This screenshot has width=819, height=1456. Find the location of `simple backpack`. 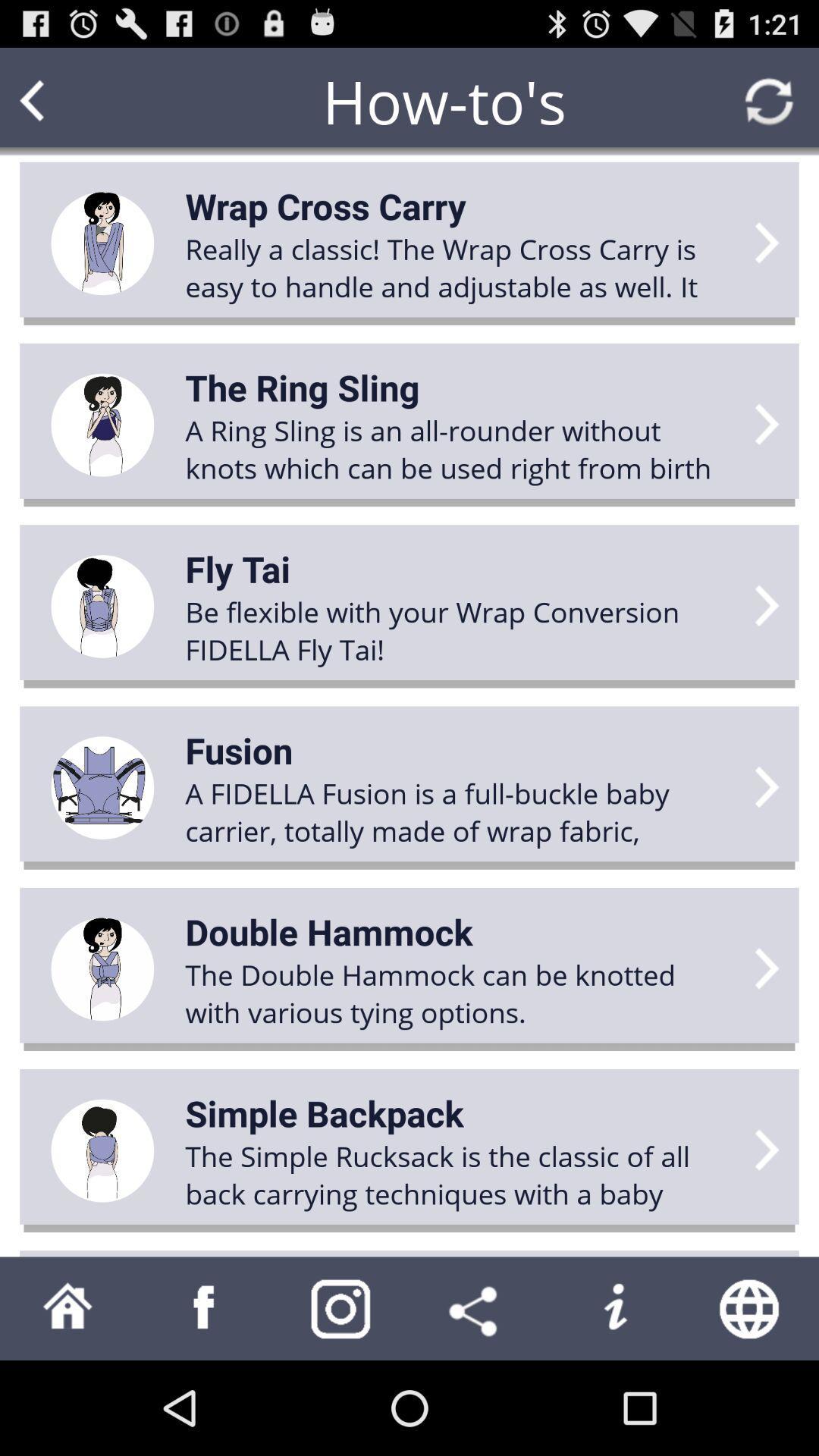

simple backpack is located at coordinates (324, 1113).